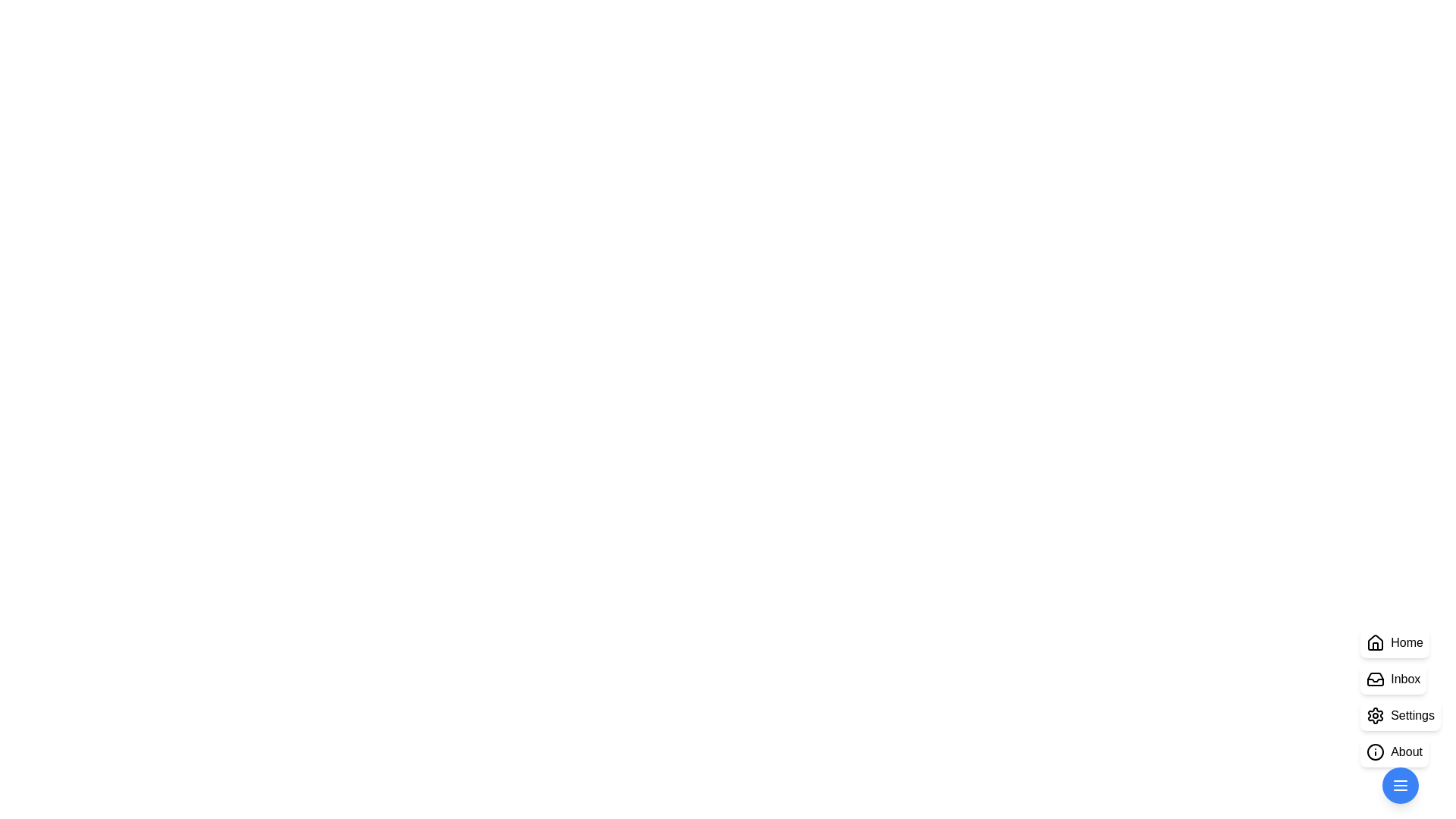  Describe the element at coordinates (1395, 752) in the screenshot. I see `the 'About' button in the StylishSpeedDial component` at that location.